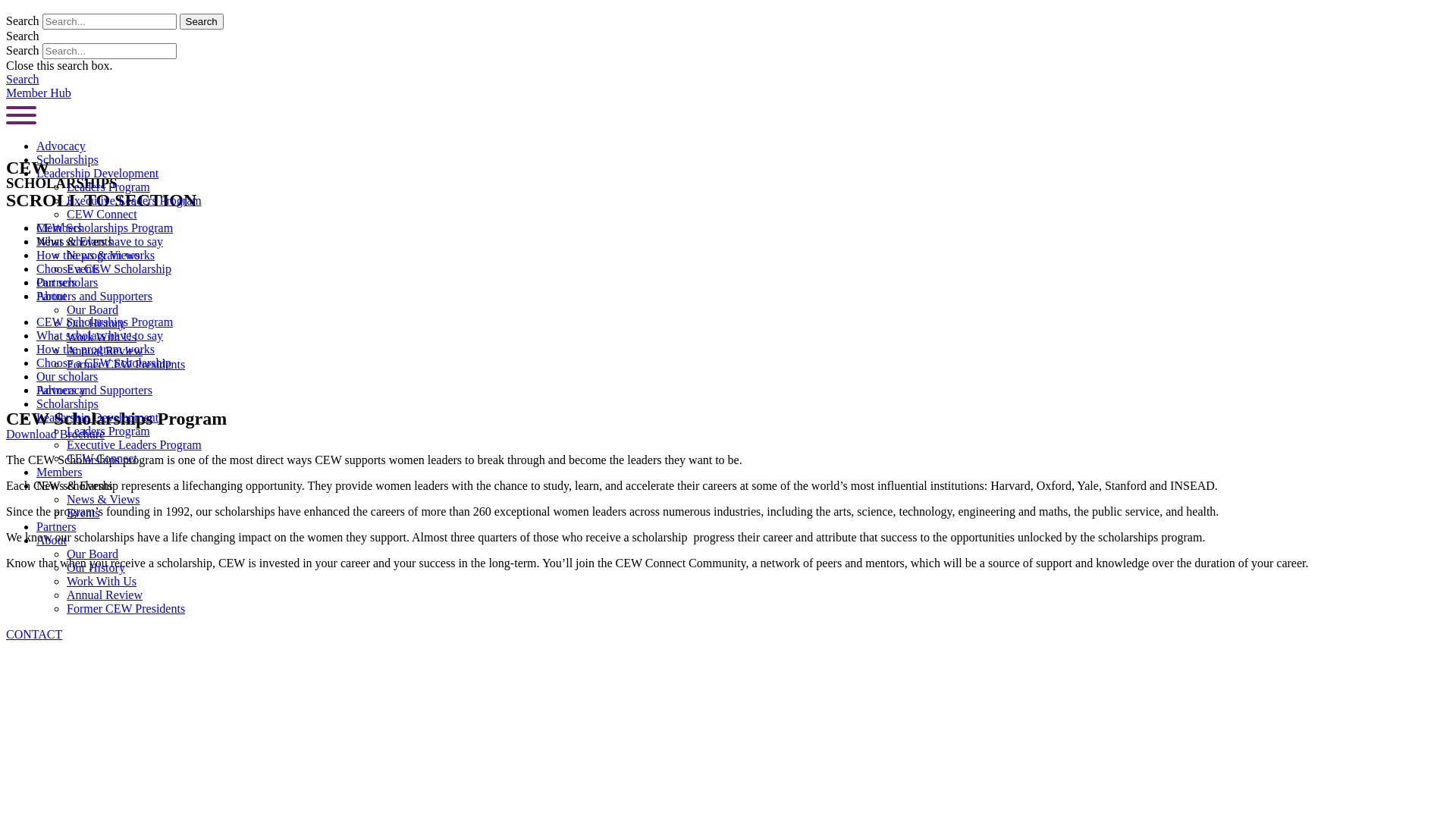 The width and height of the screenshot is (1456, 819). I want to click on 'Members', so click(58, 471).